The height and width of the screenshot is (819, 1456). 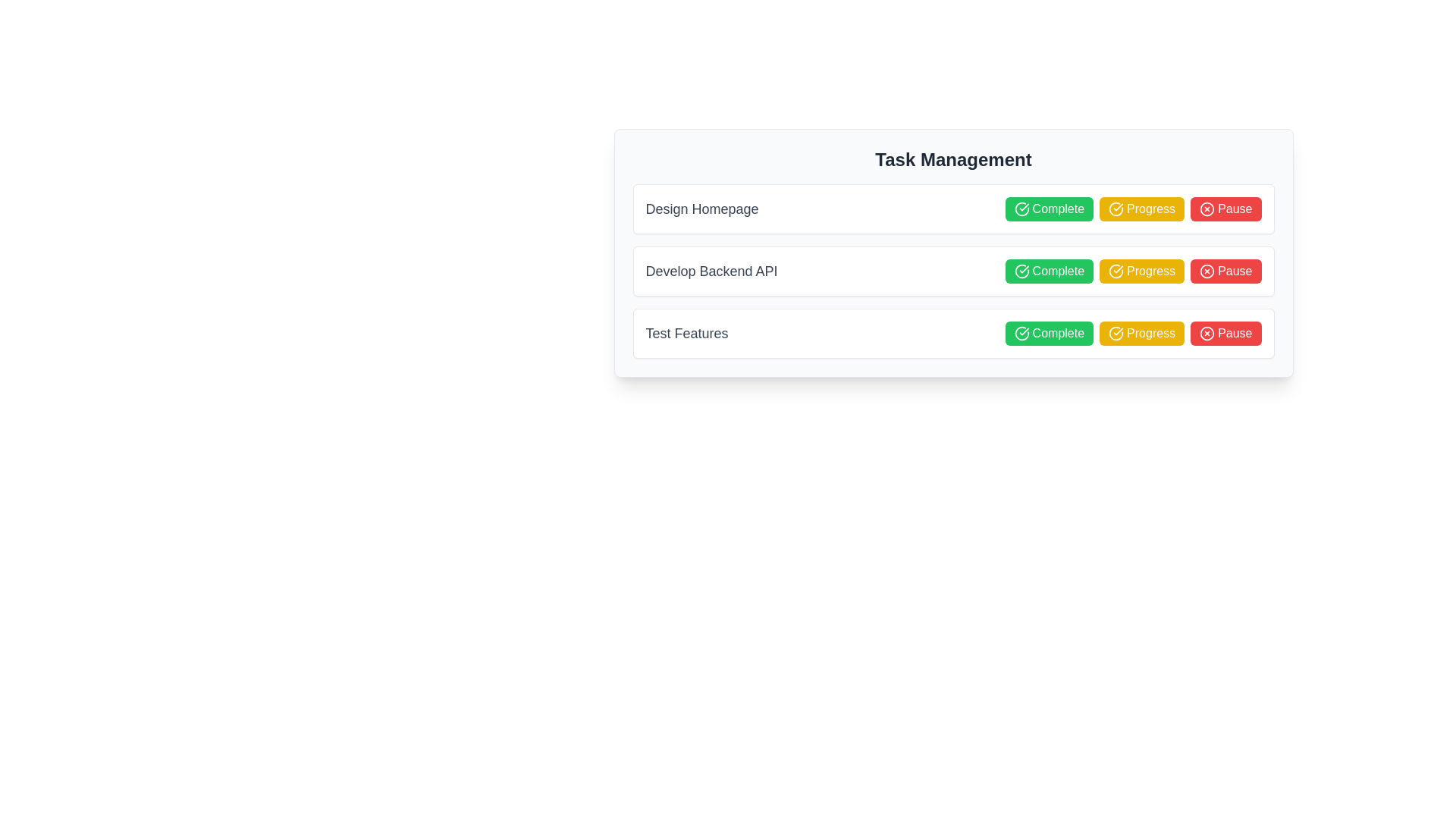 I want to click on the 'Progress' button, which has a yellow background, white text, and a checkmark icon, located in the 'Develop Backend API' task row, so click(x=1133, y=271).